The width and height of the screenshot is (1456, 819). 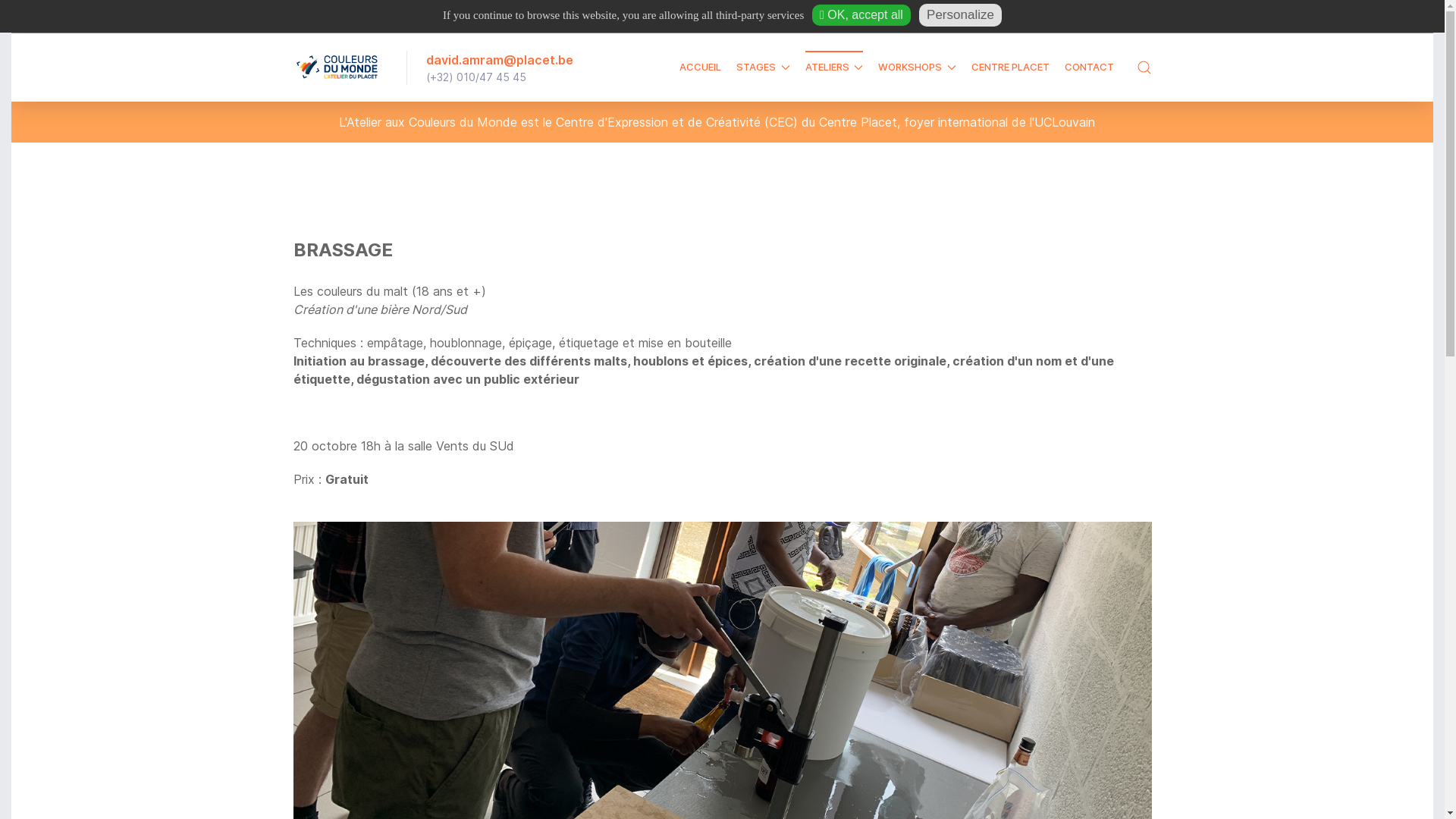 I want to click on 'Personalize', so click(x=959, y=14).